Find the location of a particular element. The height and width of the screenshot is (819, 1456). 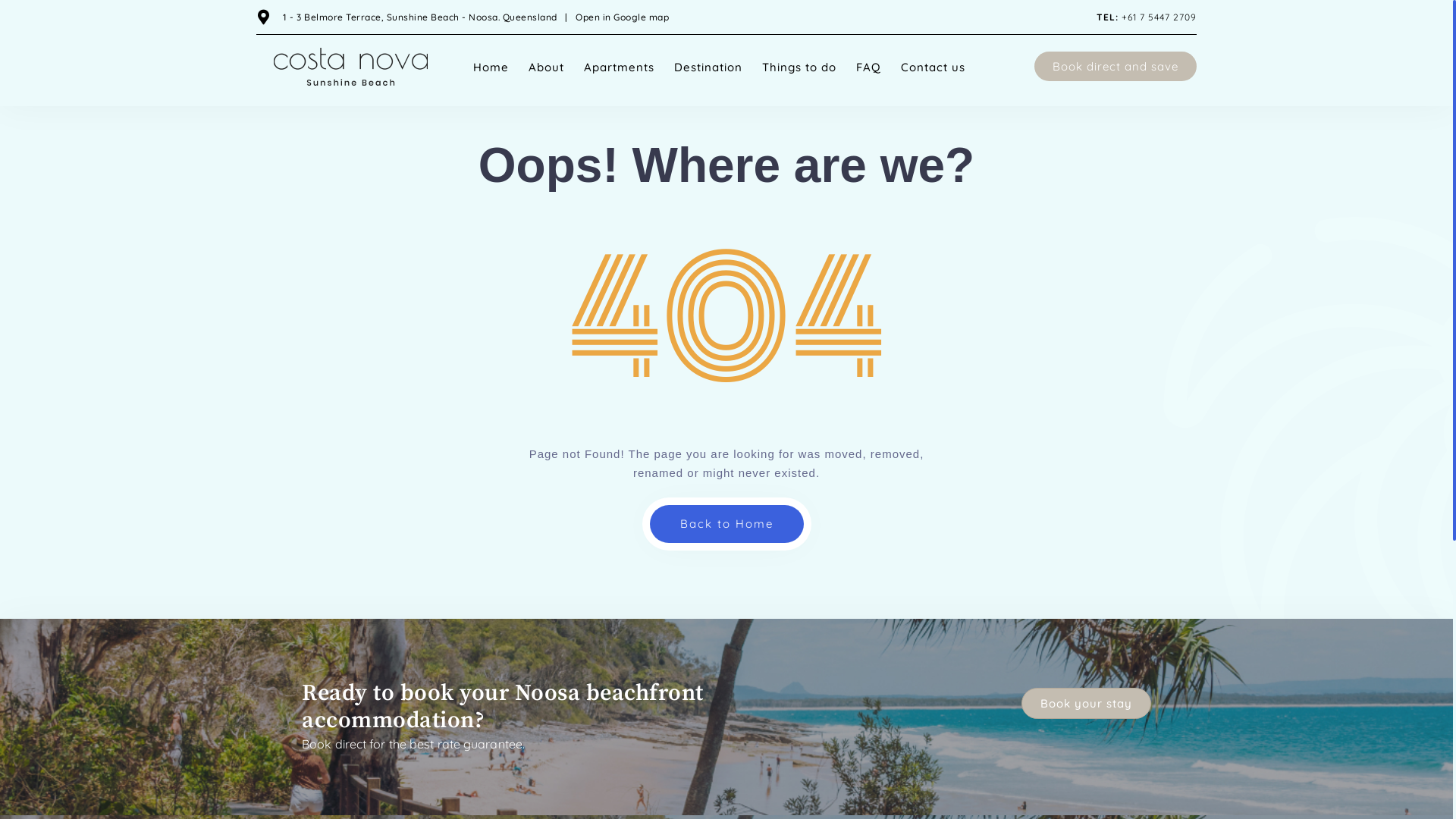

'Back to Home' is located at coordinates (725, 522).